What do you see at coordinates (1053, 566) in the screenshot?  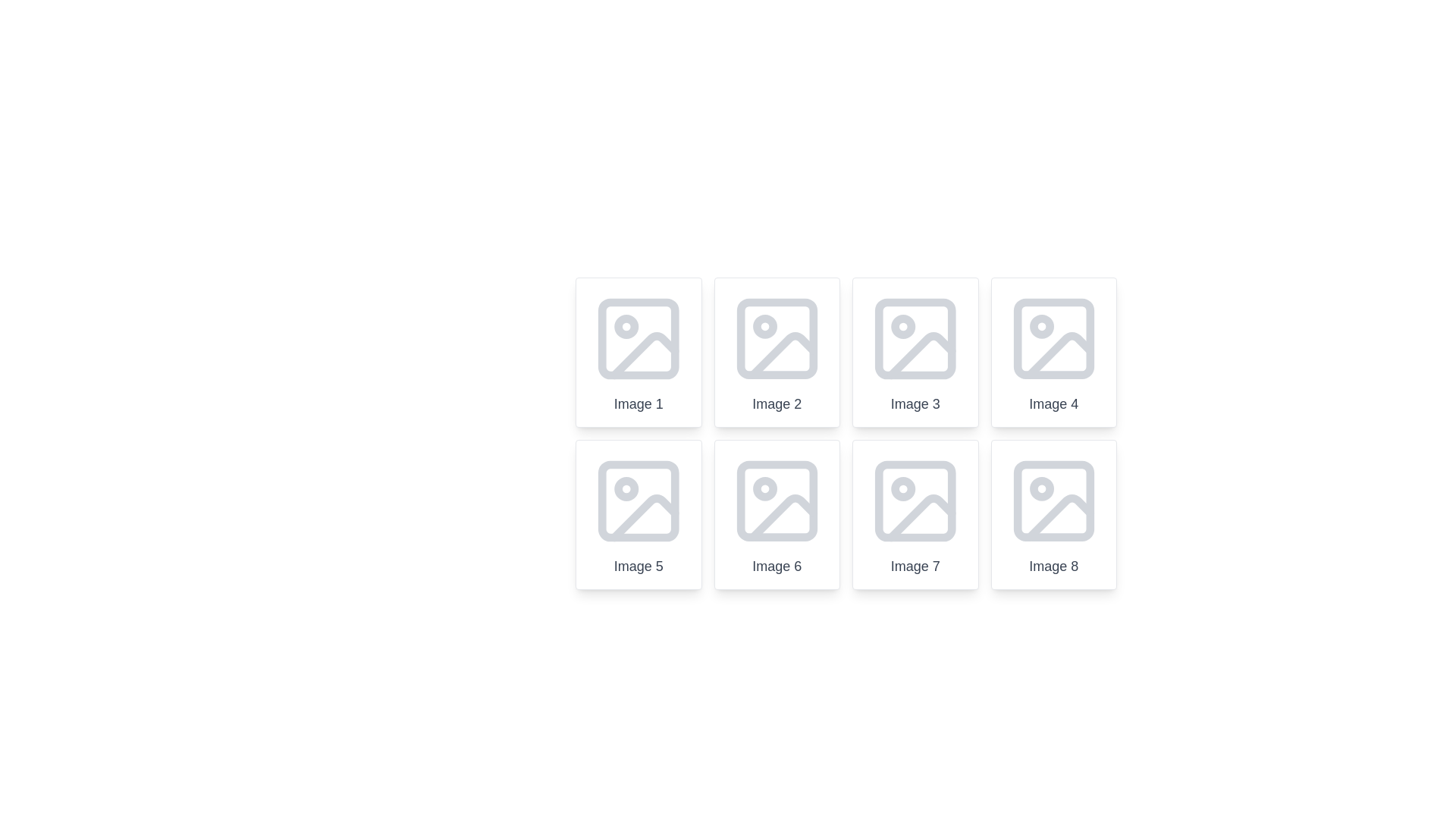 I see `the text label that serves as a title for the associated image card located at the bottom center of the eighth card in a two-row grid layout` at bounding box center [1053, 566].